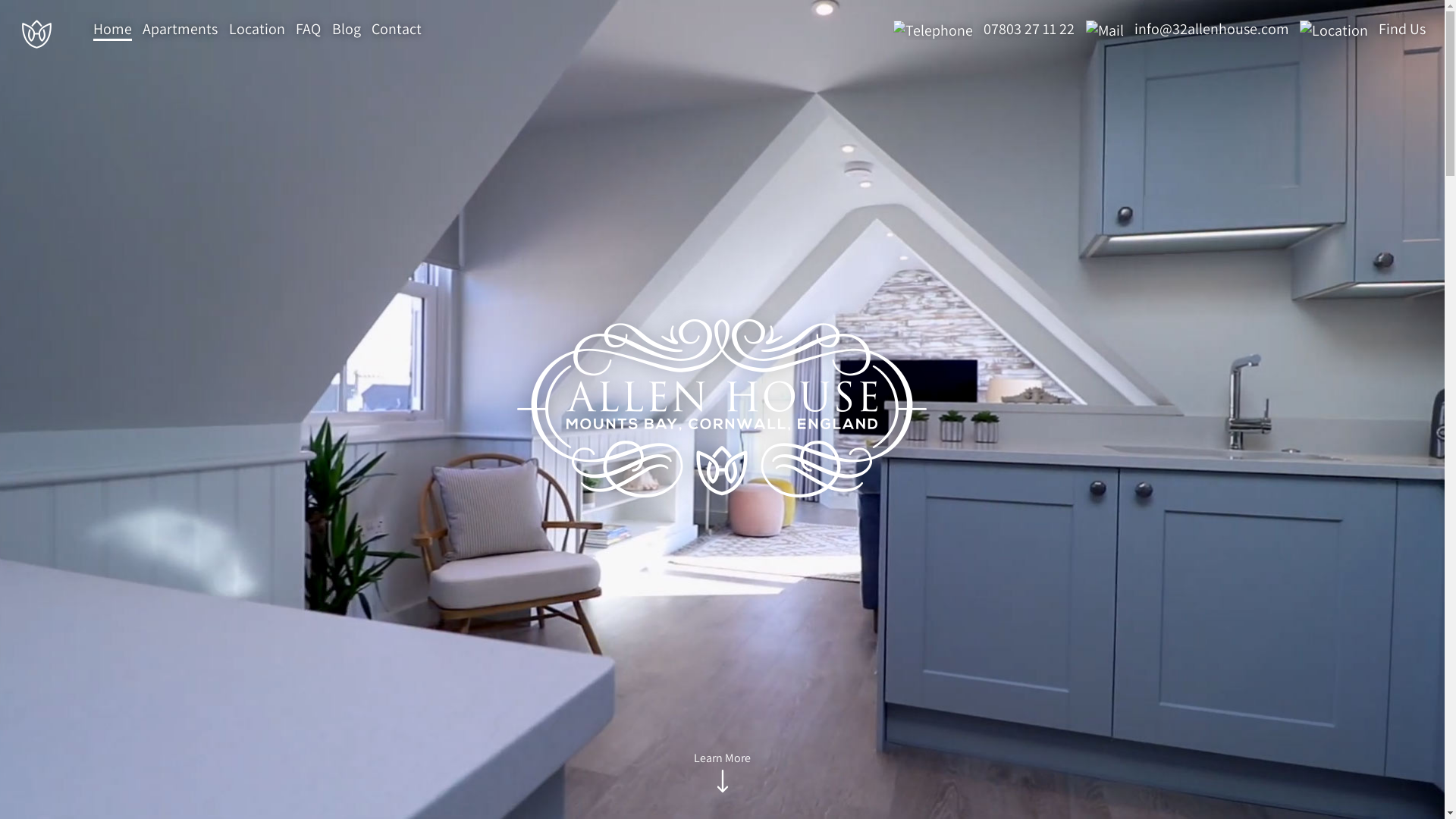  What do you see at coordinates (693, 773) in the screenshot?
I see `'Learn More'` at bounding box center [693, 773].